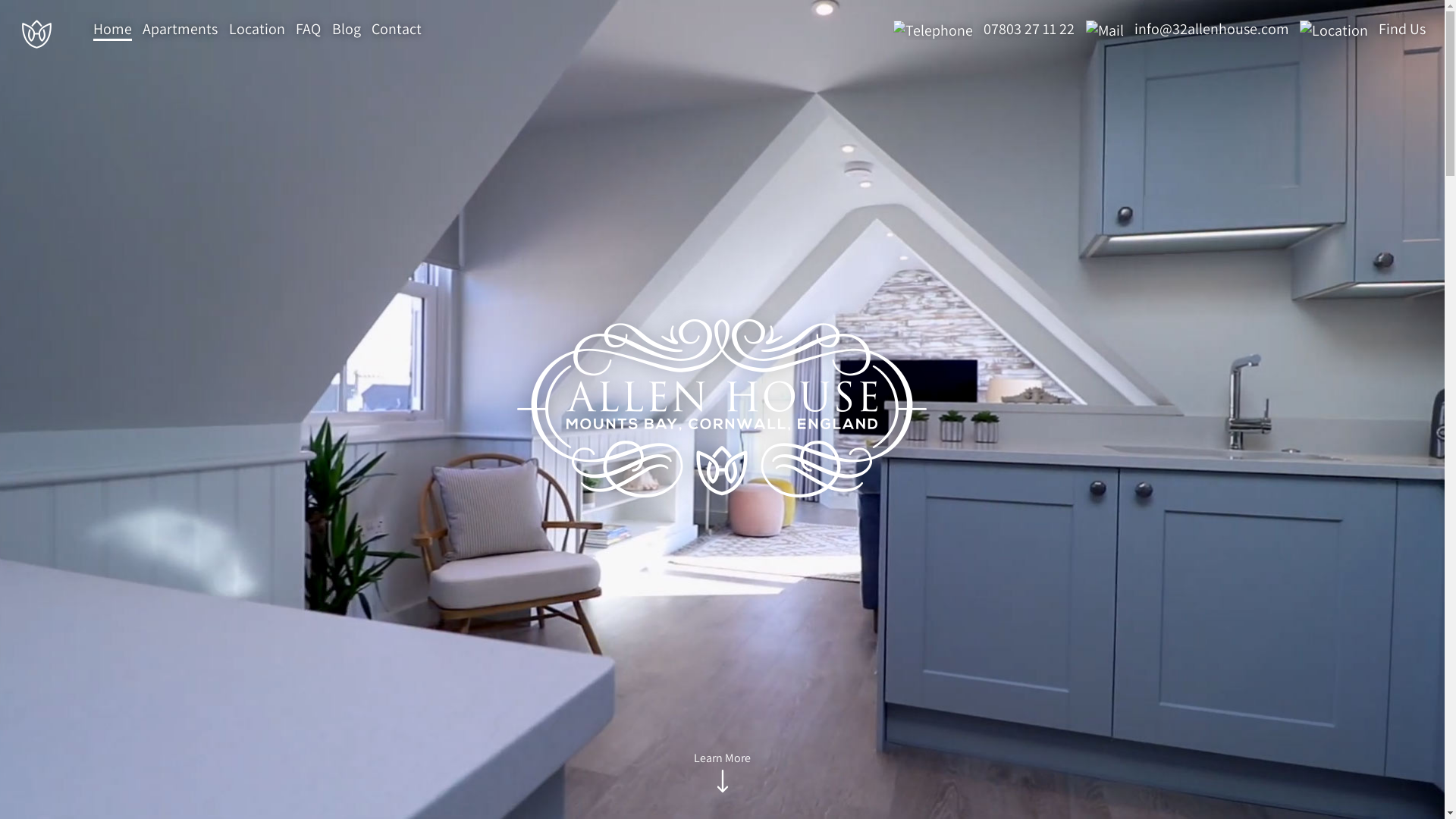  What do you see at coordinates (693, 773) in the screenshot?
I see `'Learn More'` at bounding box center [693, 773].